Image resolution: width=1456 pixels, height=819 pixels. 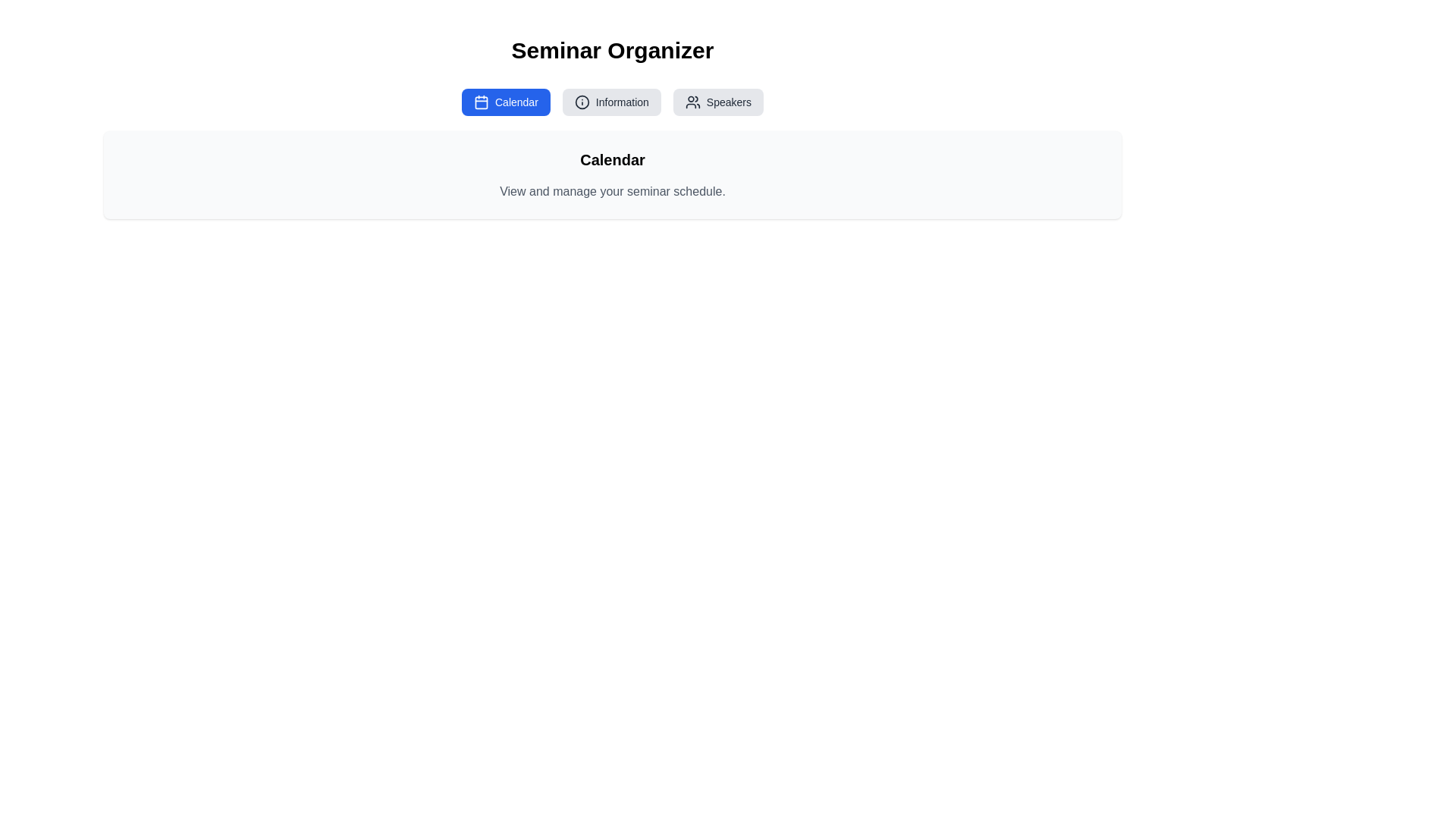 What do you see at coordinates (506, 102) in the screenshot?
I see `the Calendar tab` at bounding box center [506, 102].